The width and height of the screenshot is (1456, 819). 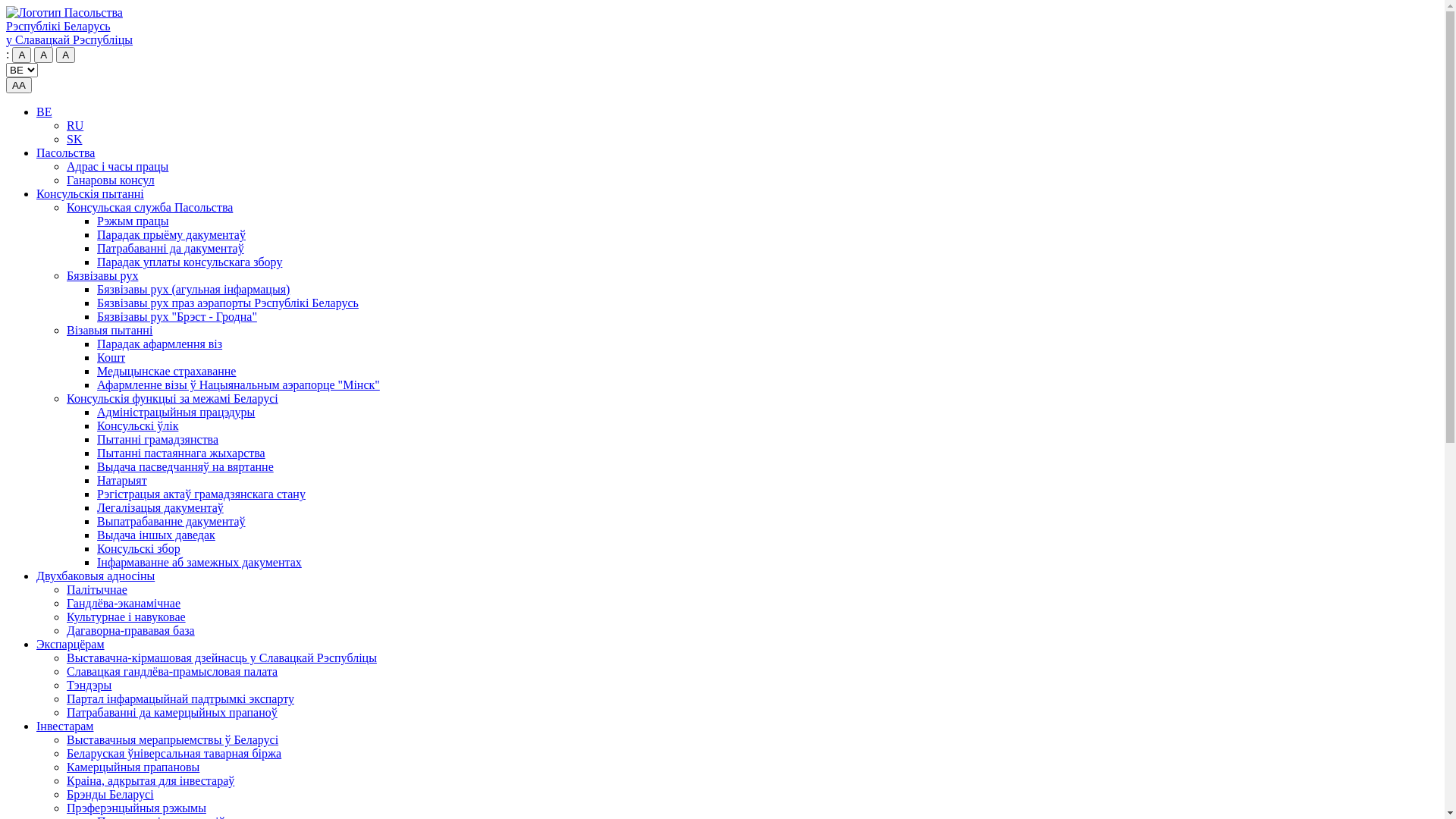 I want to click on 'BE', so click(x=43, y=111).